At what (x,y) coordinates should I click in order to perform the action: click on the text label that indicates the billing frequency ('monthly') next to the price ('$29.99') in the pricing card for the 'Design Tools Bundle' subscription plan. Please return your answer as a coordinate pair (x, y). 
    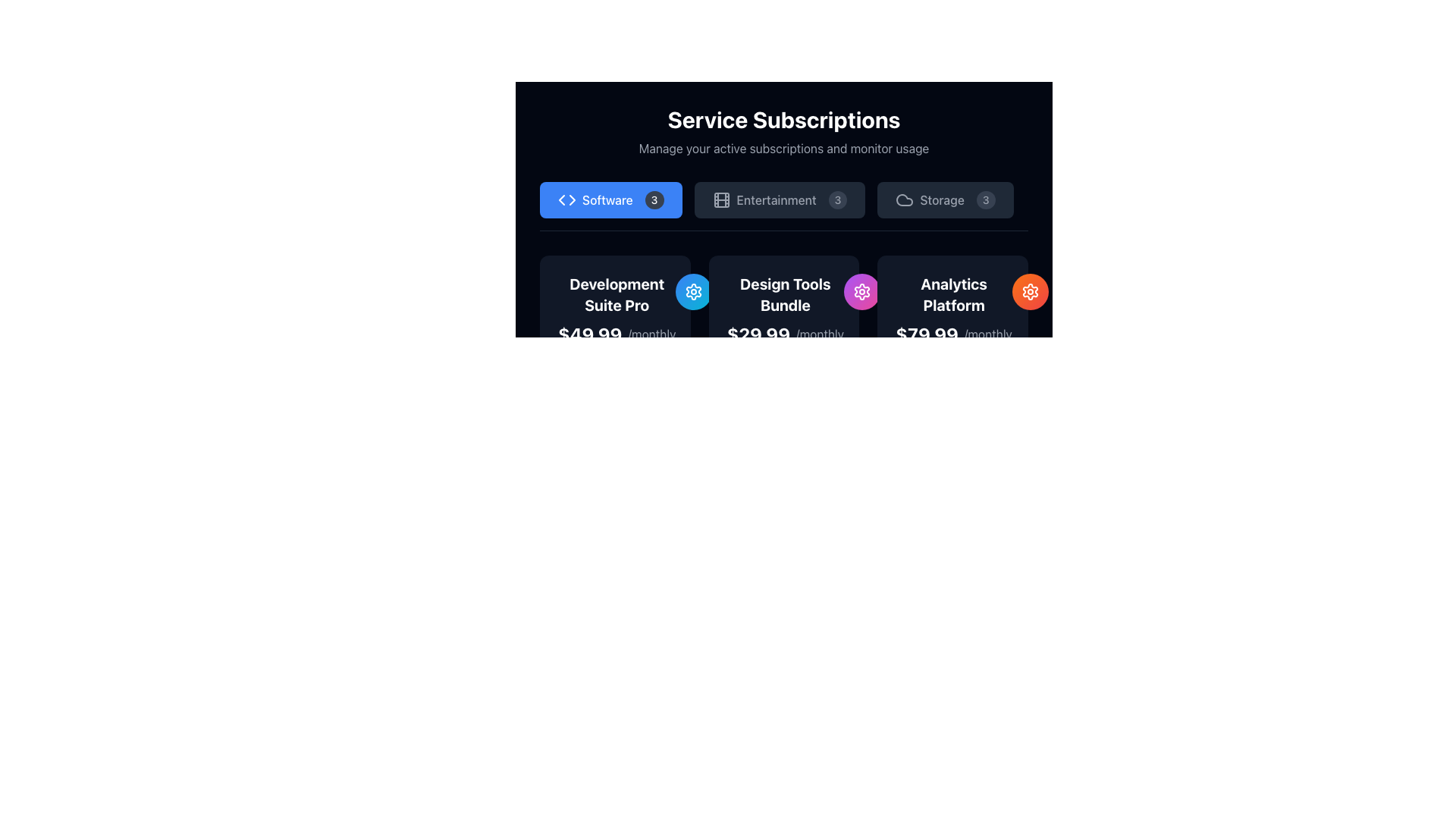
    Looking at the image, I should click on (819, 333).